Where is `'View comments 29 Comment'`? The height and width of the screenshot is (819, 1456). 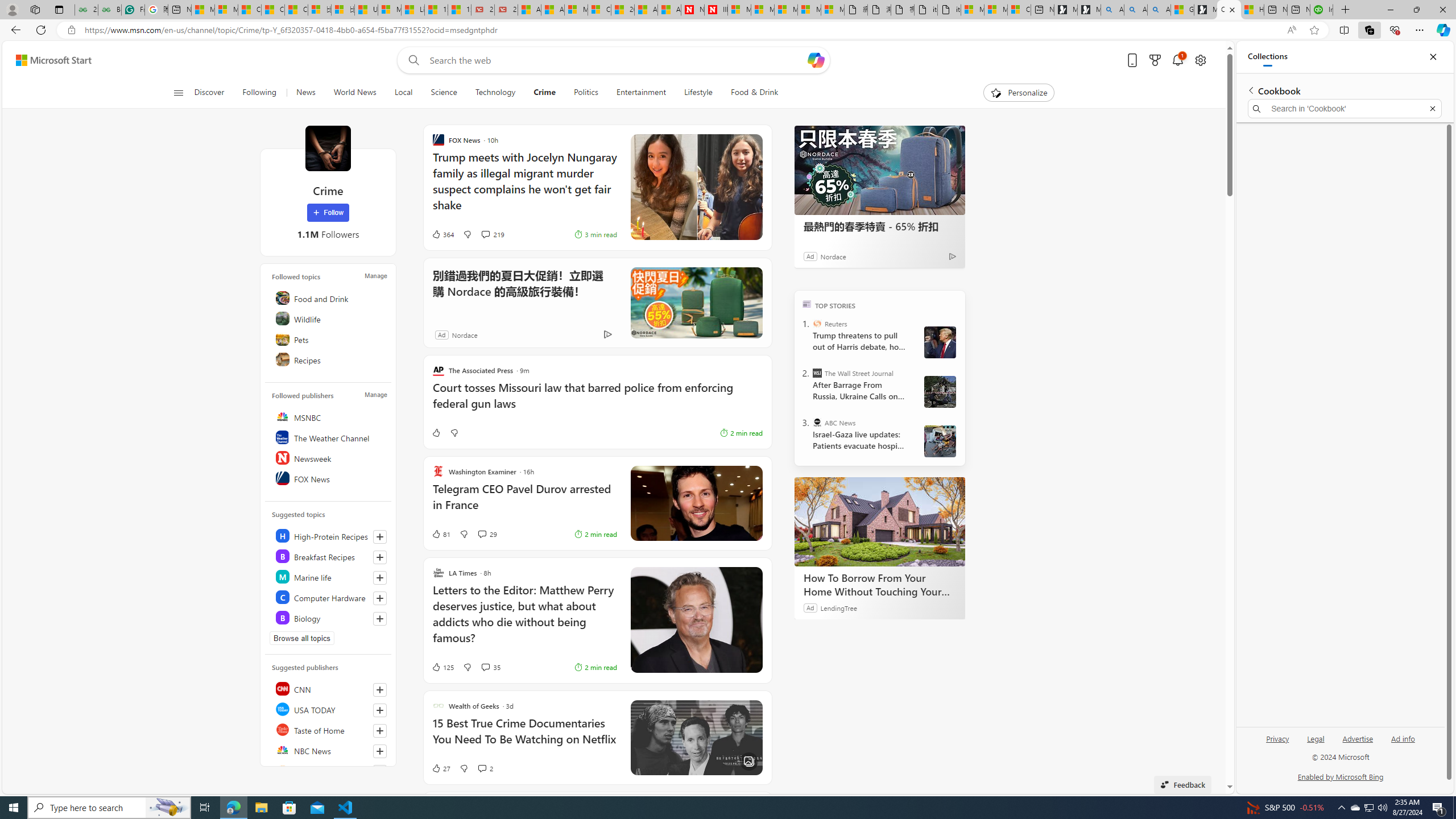
'View comments 29 Comment' is located at coordinates (482, 533).